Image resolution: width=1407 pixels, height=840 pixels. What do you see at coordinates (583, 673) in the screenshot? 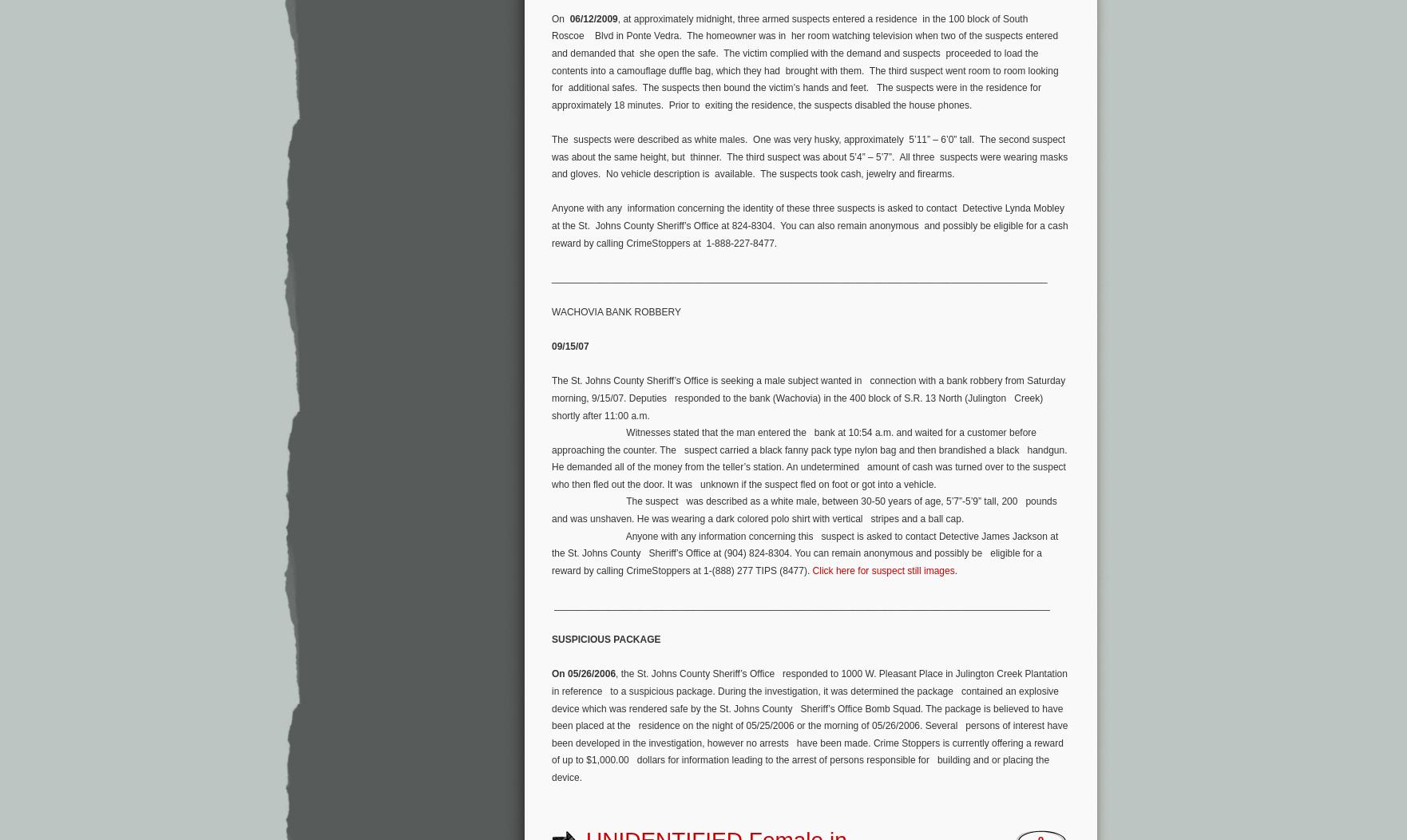
I see `'On 05/26/2006'` at bounding box center [583, 673].